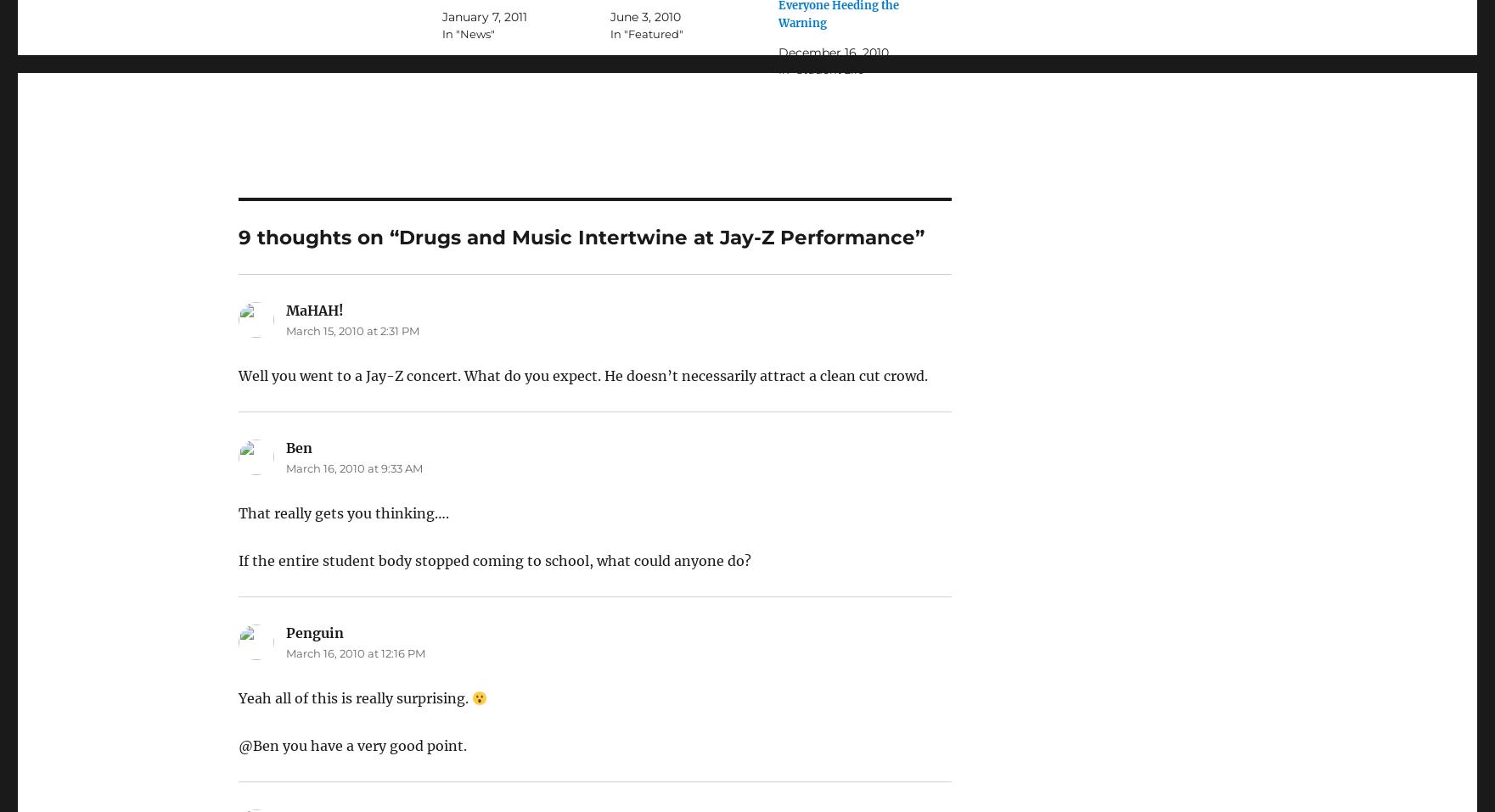 The height and width of the screenshot is (812, 1495). Describe the element at coordinates (354, 652) in the screenshot. I see `'March 16, 2010 at 12:16 PM'` at that location.